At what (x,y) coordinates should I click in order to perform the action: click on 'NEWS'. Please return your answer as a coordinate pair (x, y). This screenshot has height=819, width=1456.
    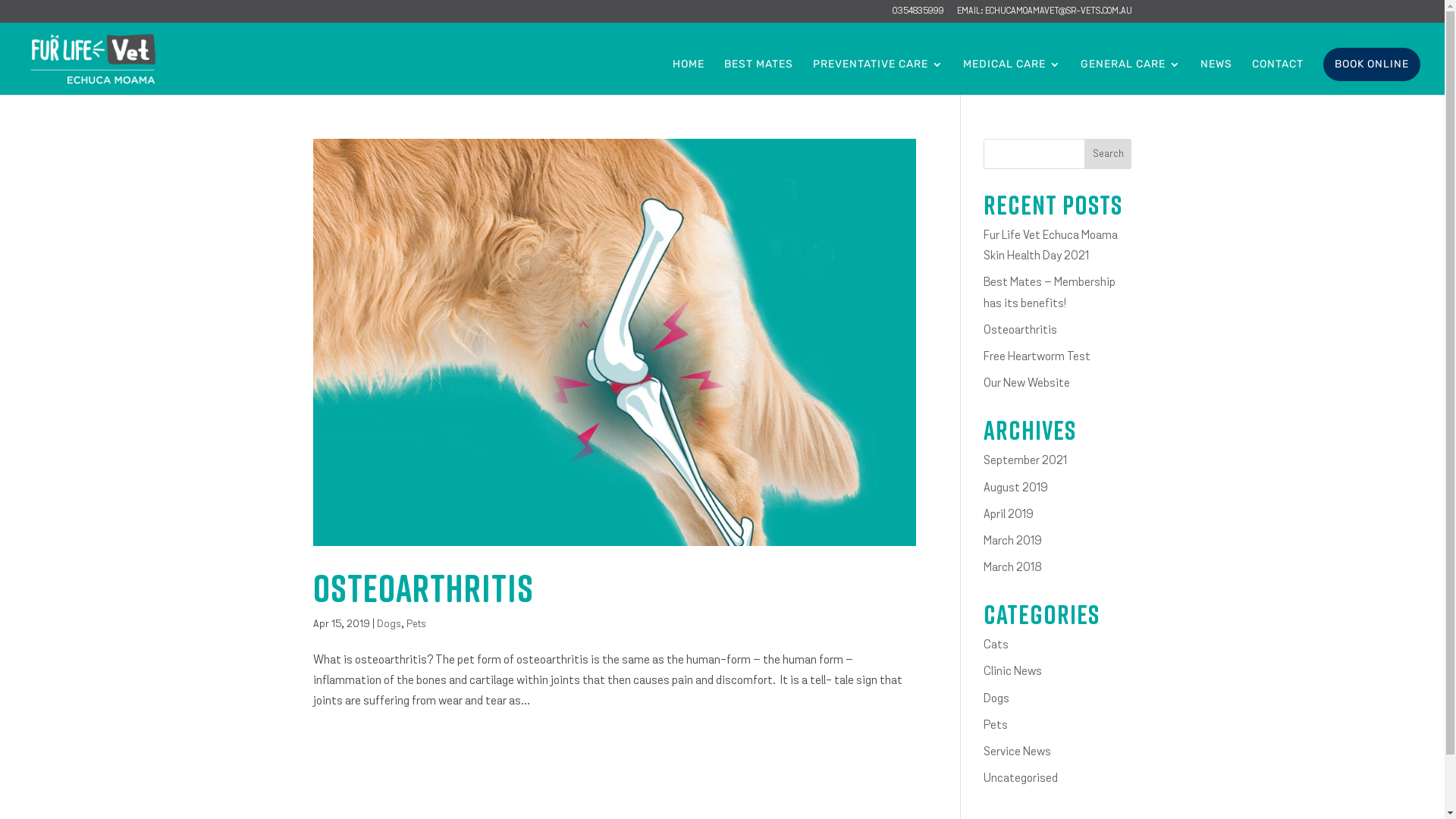
    Looking at the image, I should click on (1216, 77).